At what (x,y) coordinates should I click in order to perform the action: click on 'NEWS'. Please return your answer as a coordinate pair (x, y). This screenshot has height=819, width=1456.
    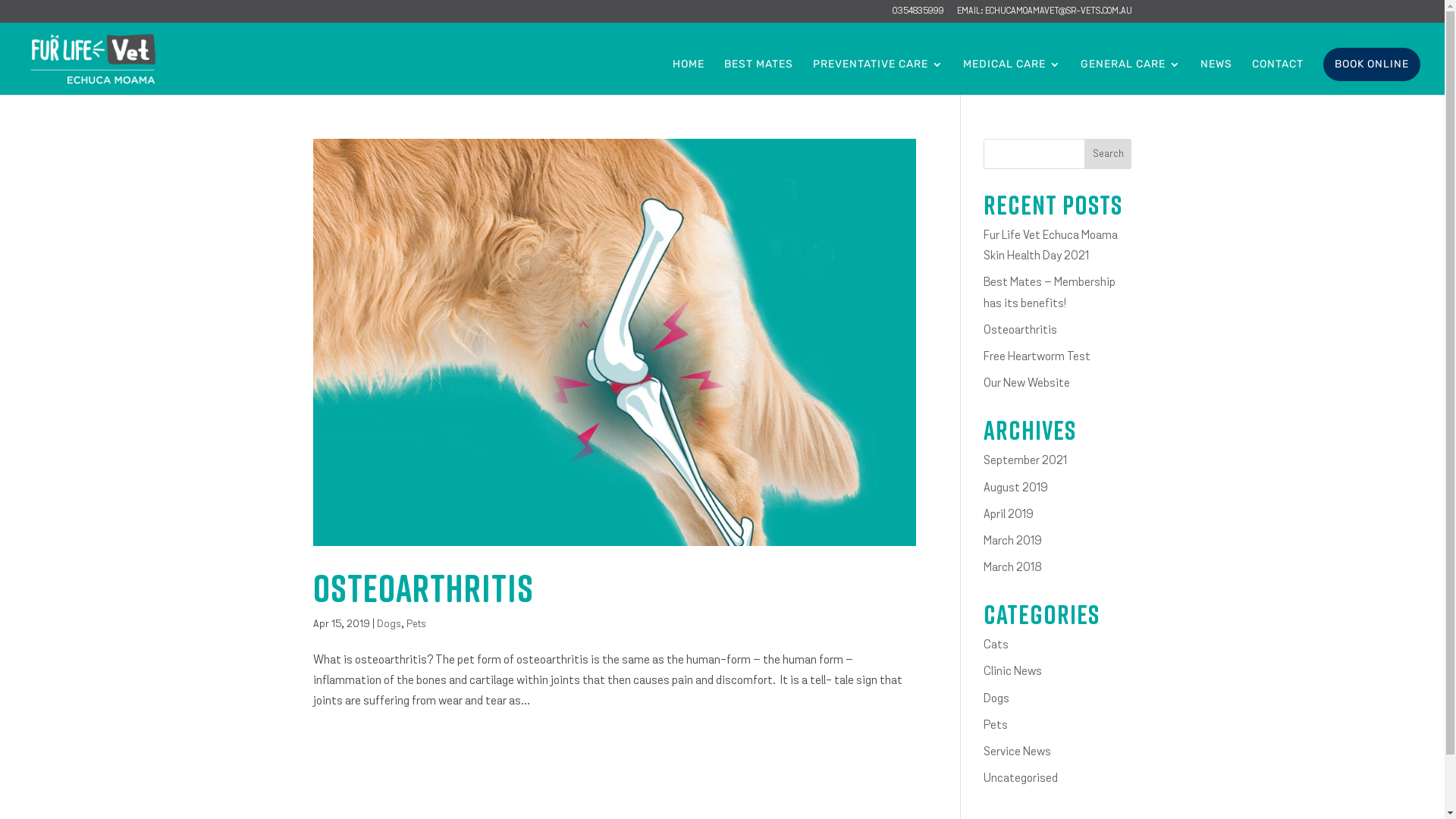
    Looking at the image, I should click on (1216, 77).